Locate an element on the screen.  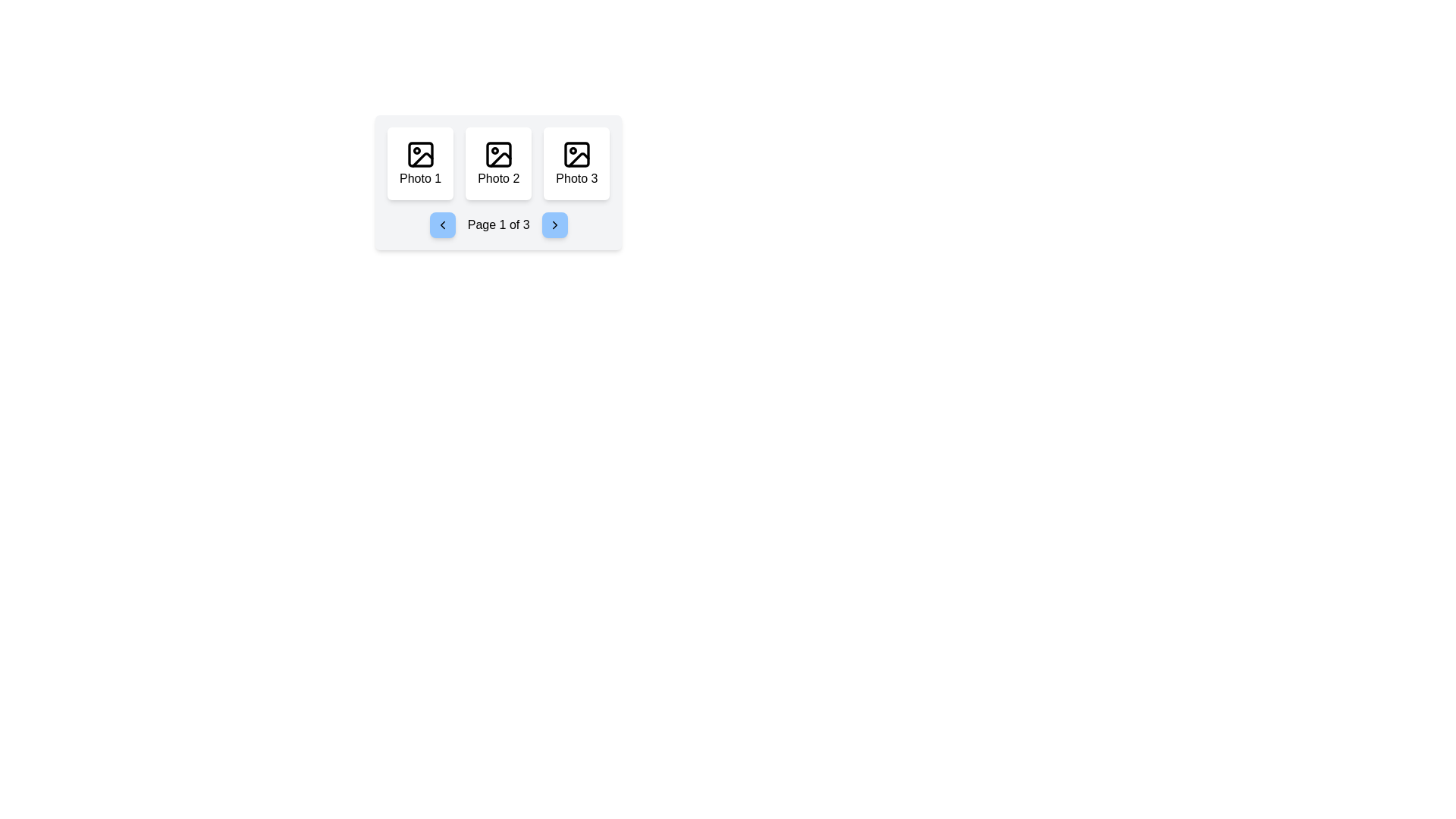
the navigation button that moves to the previous page, located to the left of the text 'Page 1 of 3' is located at coordinates (441, 225).